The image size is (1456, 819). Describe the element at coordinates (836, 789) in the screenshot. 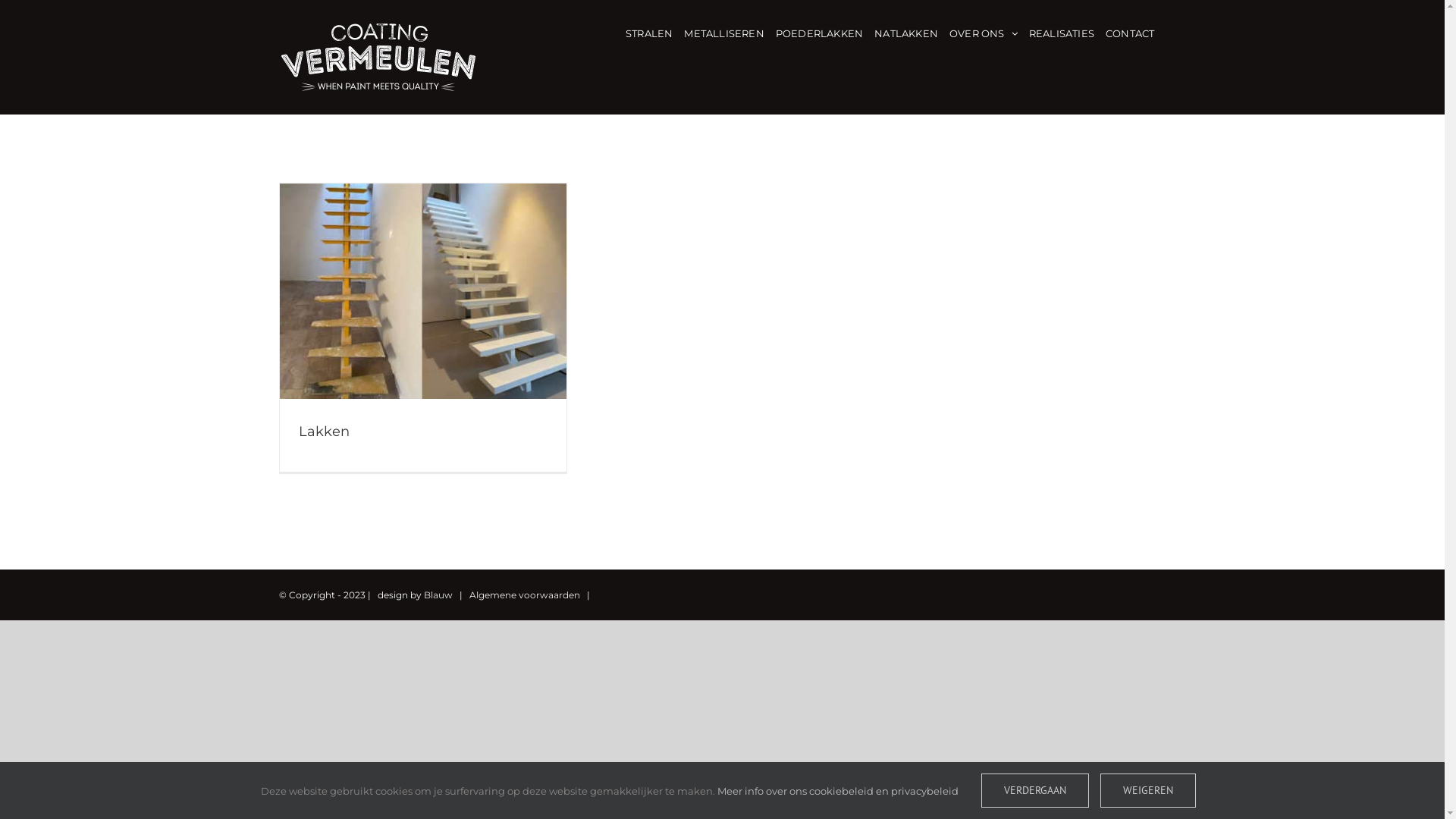

I see `'Meer info over ons cookiebeleid en privacybeleid'` at that location.